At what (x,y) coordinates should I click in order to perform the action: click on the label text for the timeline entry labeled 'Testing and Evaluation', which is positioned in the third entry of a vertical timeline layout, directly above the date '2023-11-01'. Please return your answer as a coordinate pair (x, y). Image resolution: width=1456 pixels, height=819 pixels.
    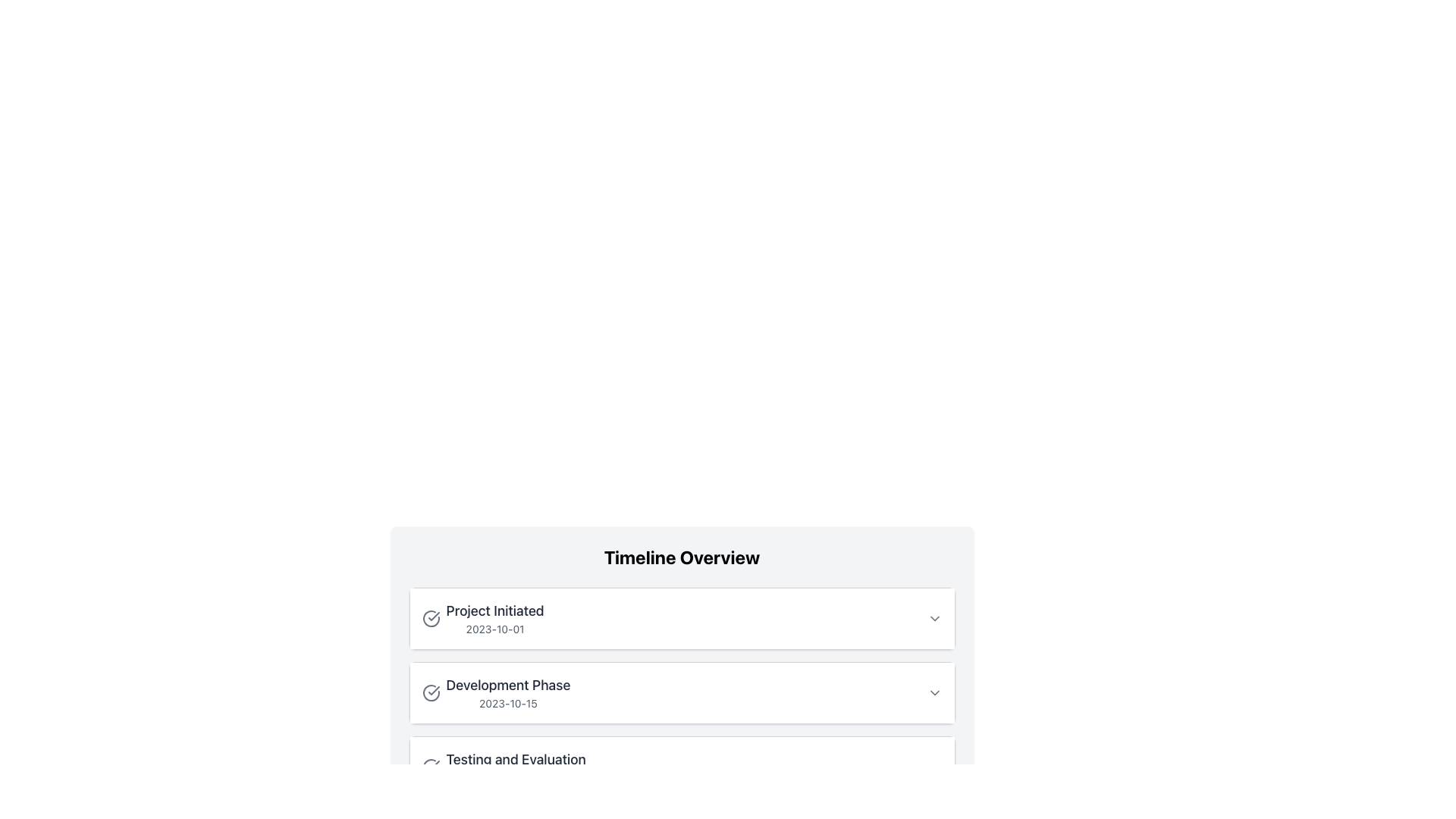
    Looking at the image, I should click on (516, 760).